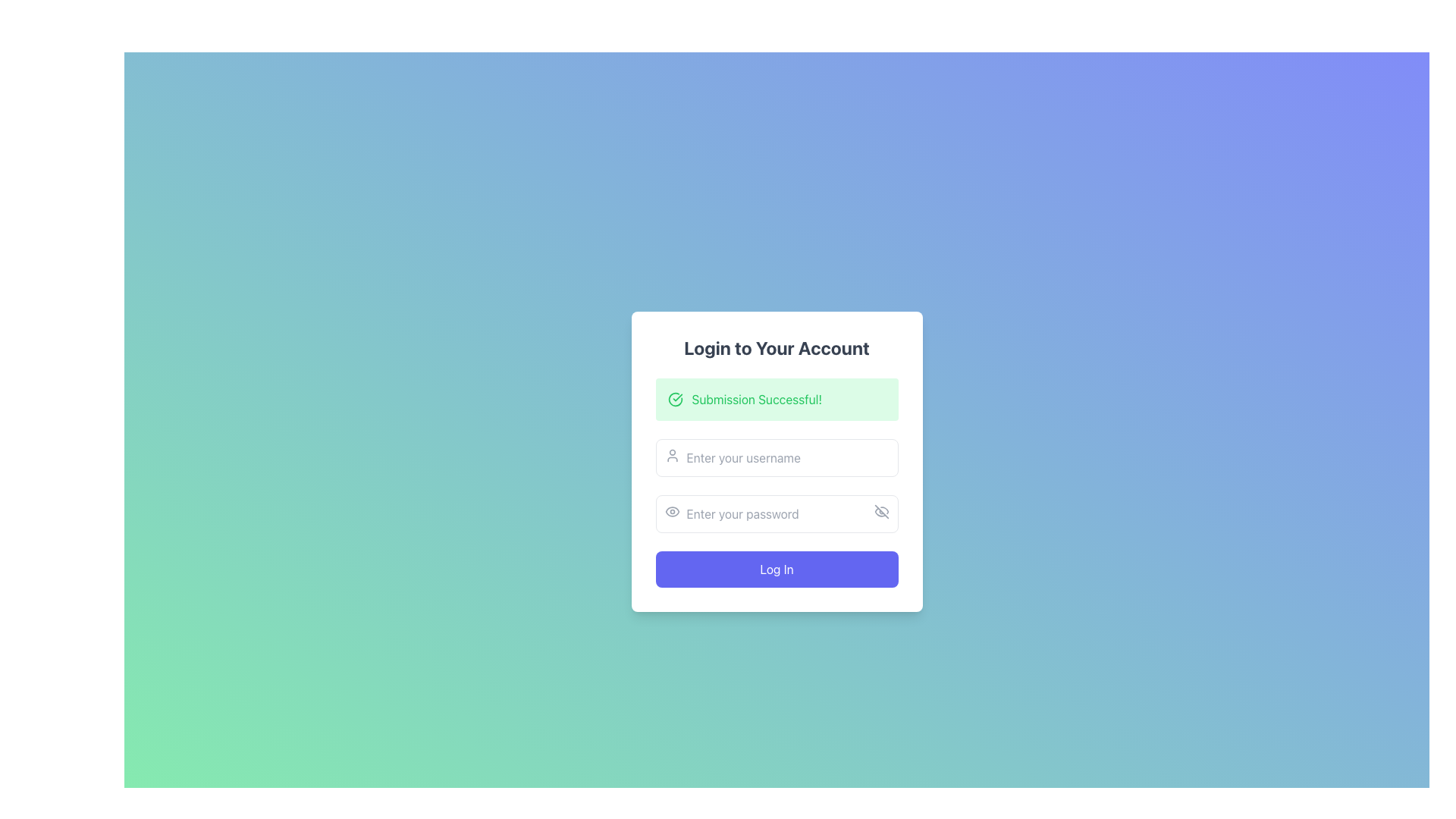 Image resolution: width=1456 pixels, height=819 pixels. Describe the element at coordinates (881, 512) in the screenshot. I see `the eye icon element that toggles the visibility of the password field's contents, located inside the password input field at the far right` at that location.